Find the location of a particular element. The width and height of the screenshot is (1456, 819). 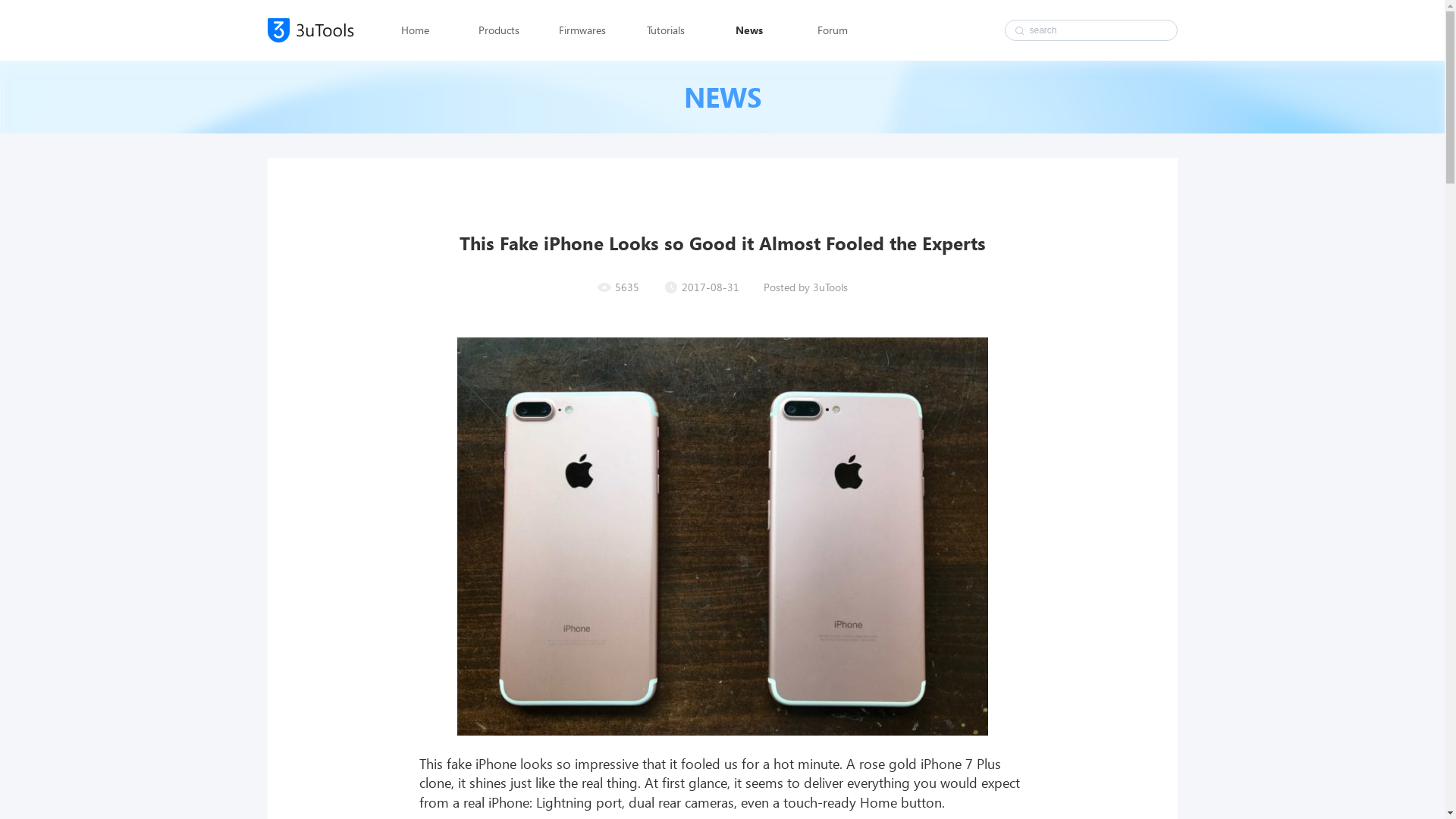

'Home' is located at coordinates (388, 30).